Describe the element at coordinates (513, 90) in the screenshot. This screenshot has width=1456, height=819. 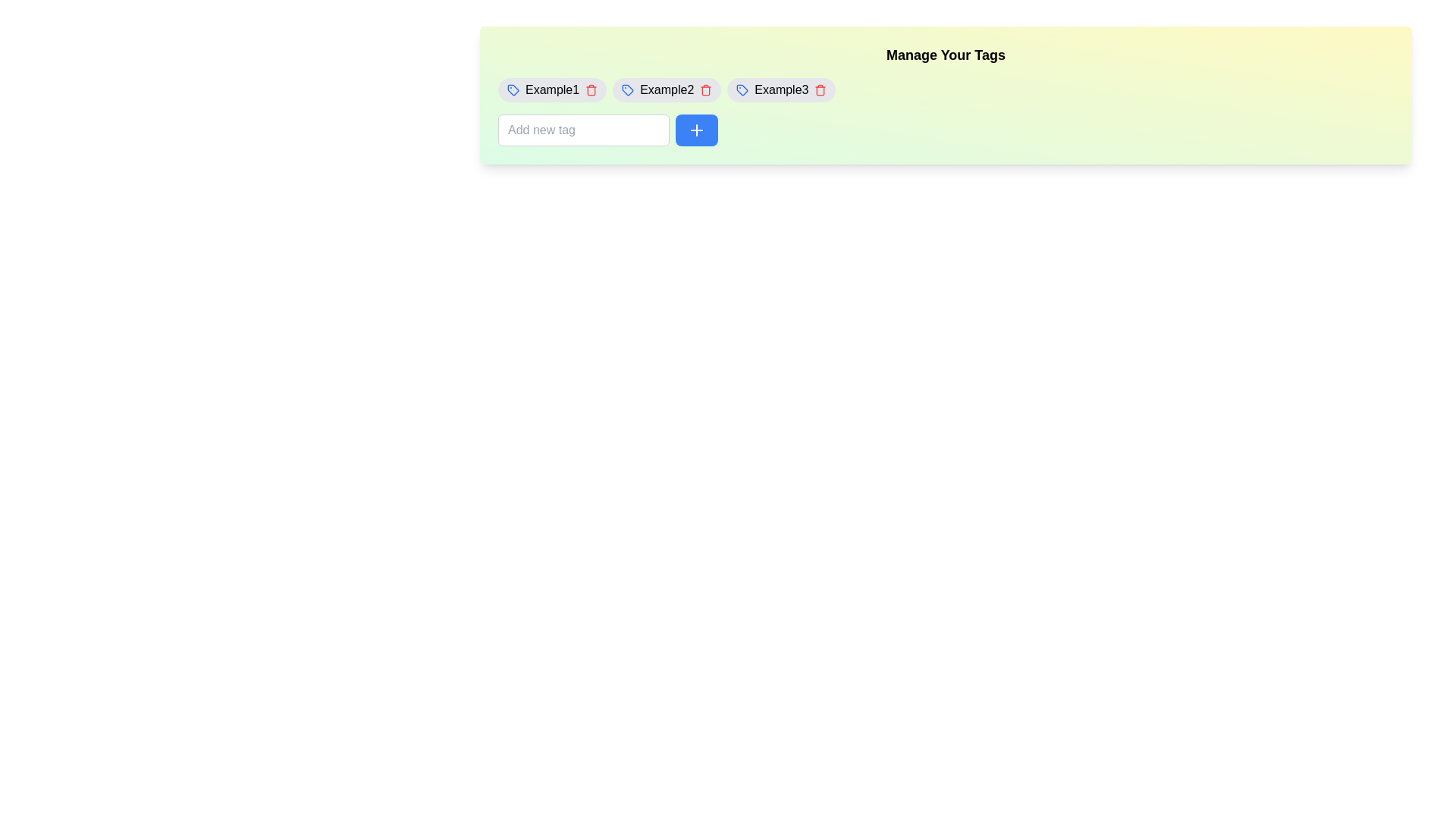
I see `SVG icon depicting a blue tag symbol located beside the label 'Example1', positioned in the top-left region of the card` at that location.